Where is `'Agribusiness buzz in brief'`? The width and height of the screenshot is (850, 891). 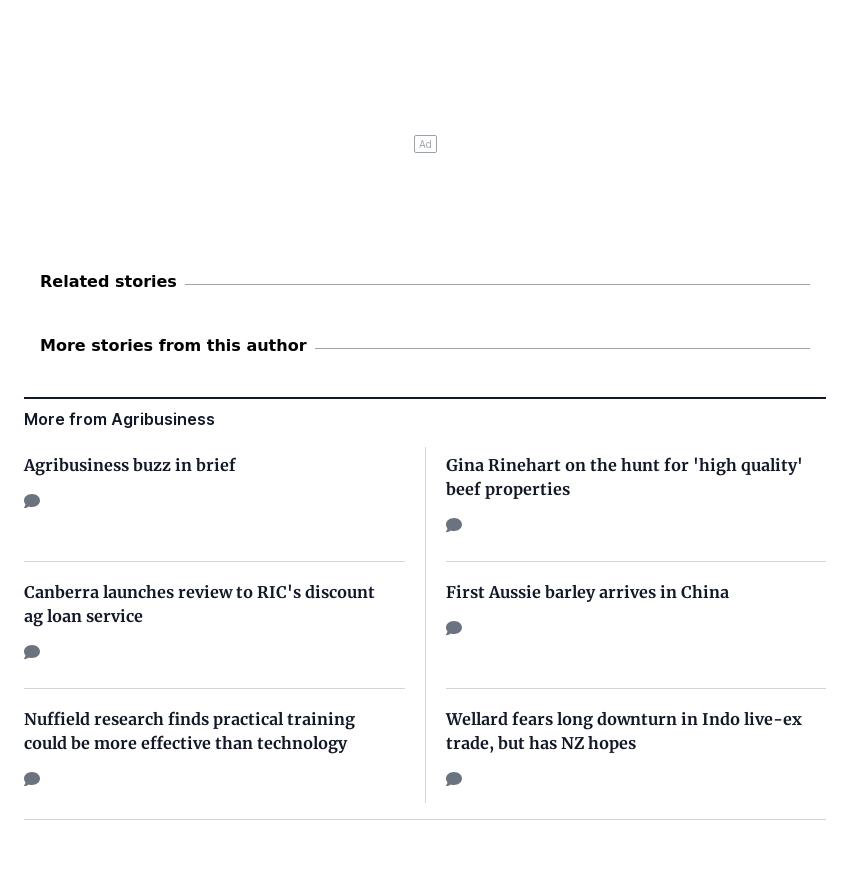
'Agribusiness buzz in brief' is located at coordinates (22, 463).